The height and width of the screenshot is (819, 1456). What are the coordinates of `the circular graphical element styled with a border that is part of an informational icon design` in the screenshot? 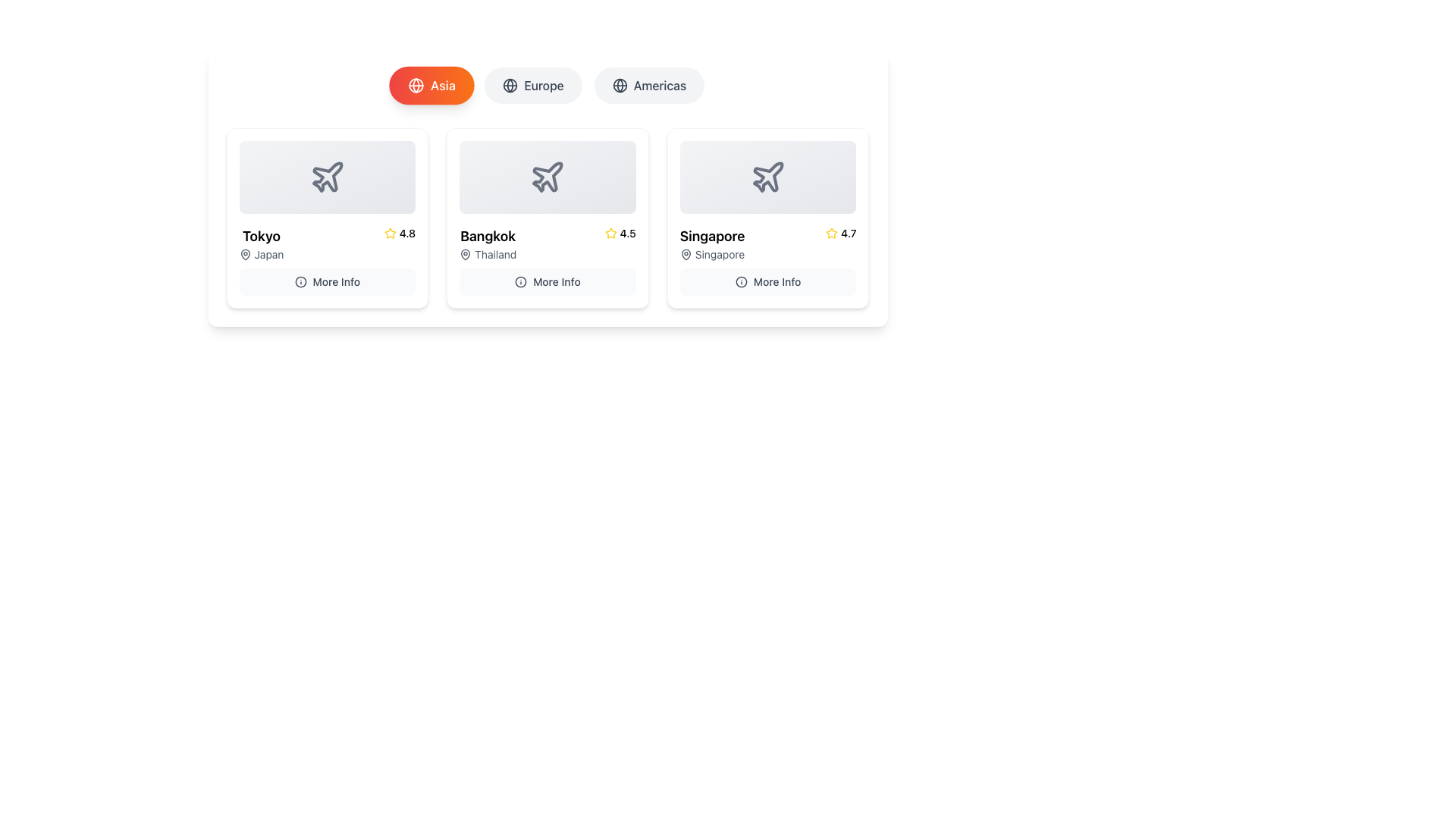 It's located at (741, 281).